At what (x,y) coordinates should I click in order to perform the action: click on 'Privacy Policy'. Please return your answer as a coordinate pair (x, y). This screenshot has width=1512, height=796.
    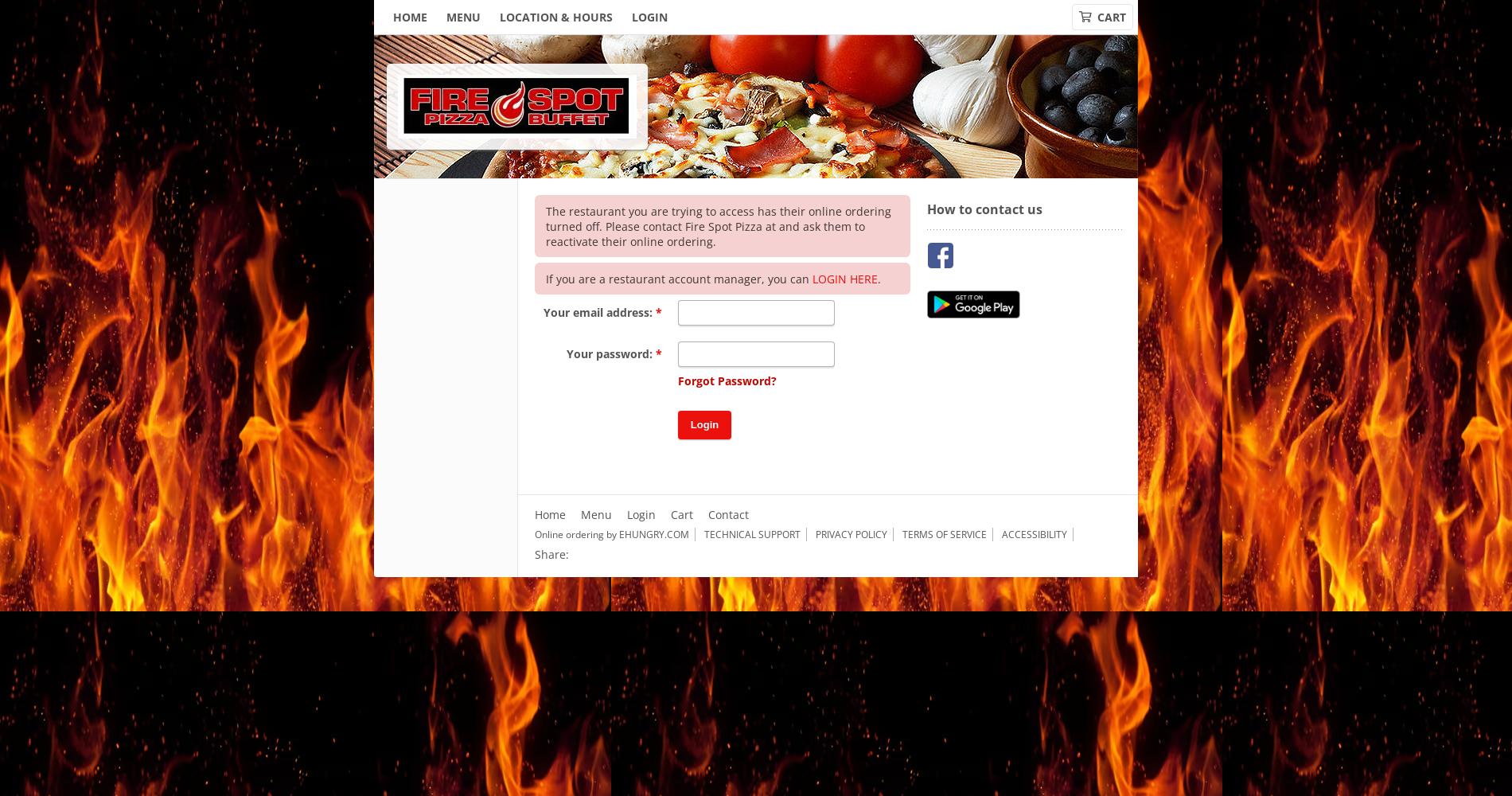
    Looking at the image, I should click on (850, 534).